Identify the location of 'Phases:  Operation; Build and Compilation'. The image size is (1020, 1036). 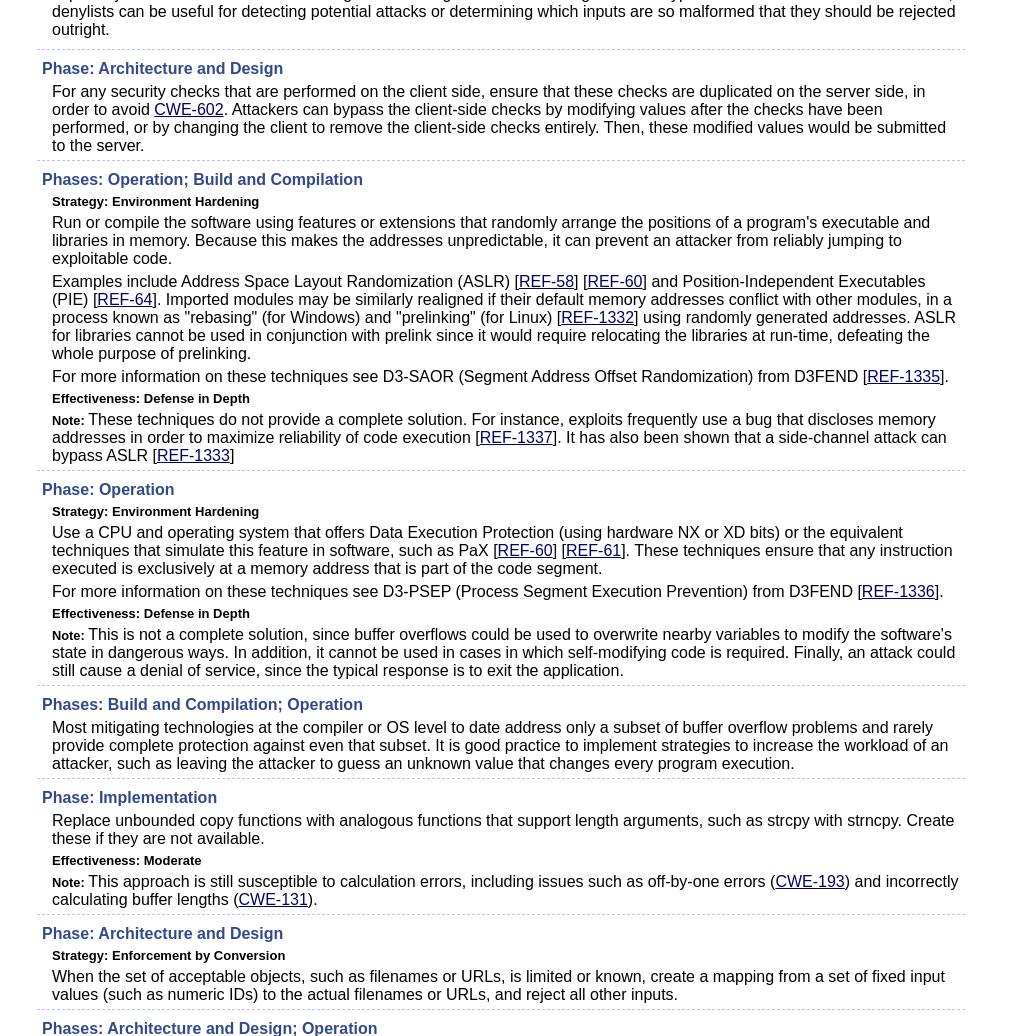
(200, 179).